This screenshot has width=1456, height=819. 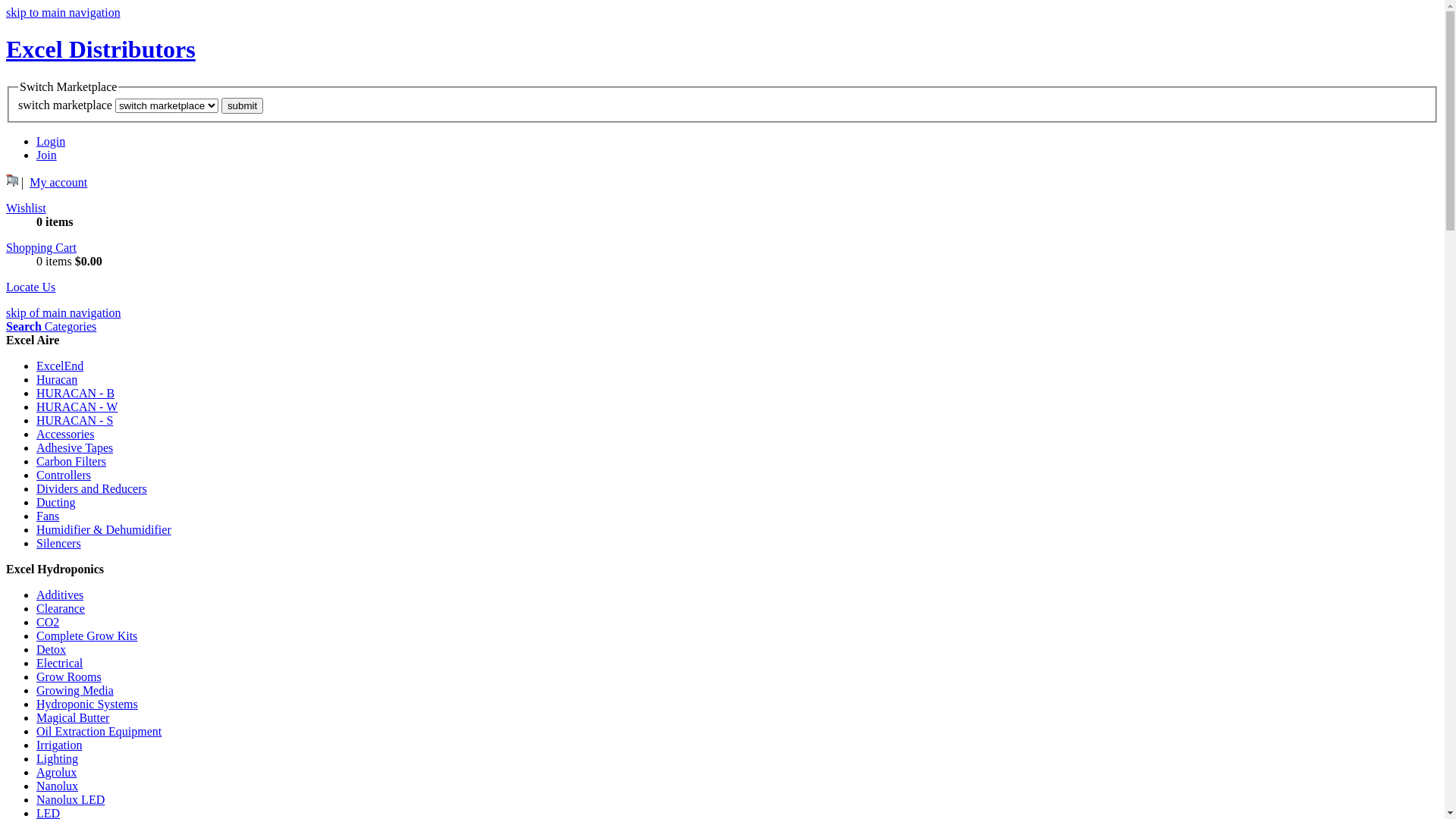 I want to click on 'Dividers and Reducers', so click(x=36, y=488).